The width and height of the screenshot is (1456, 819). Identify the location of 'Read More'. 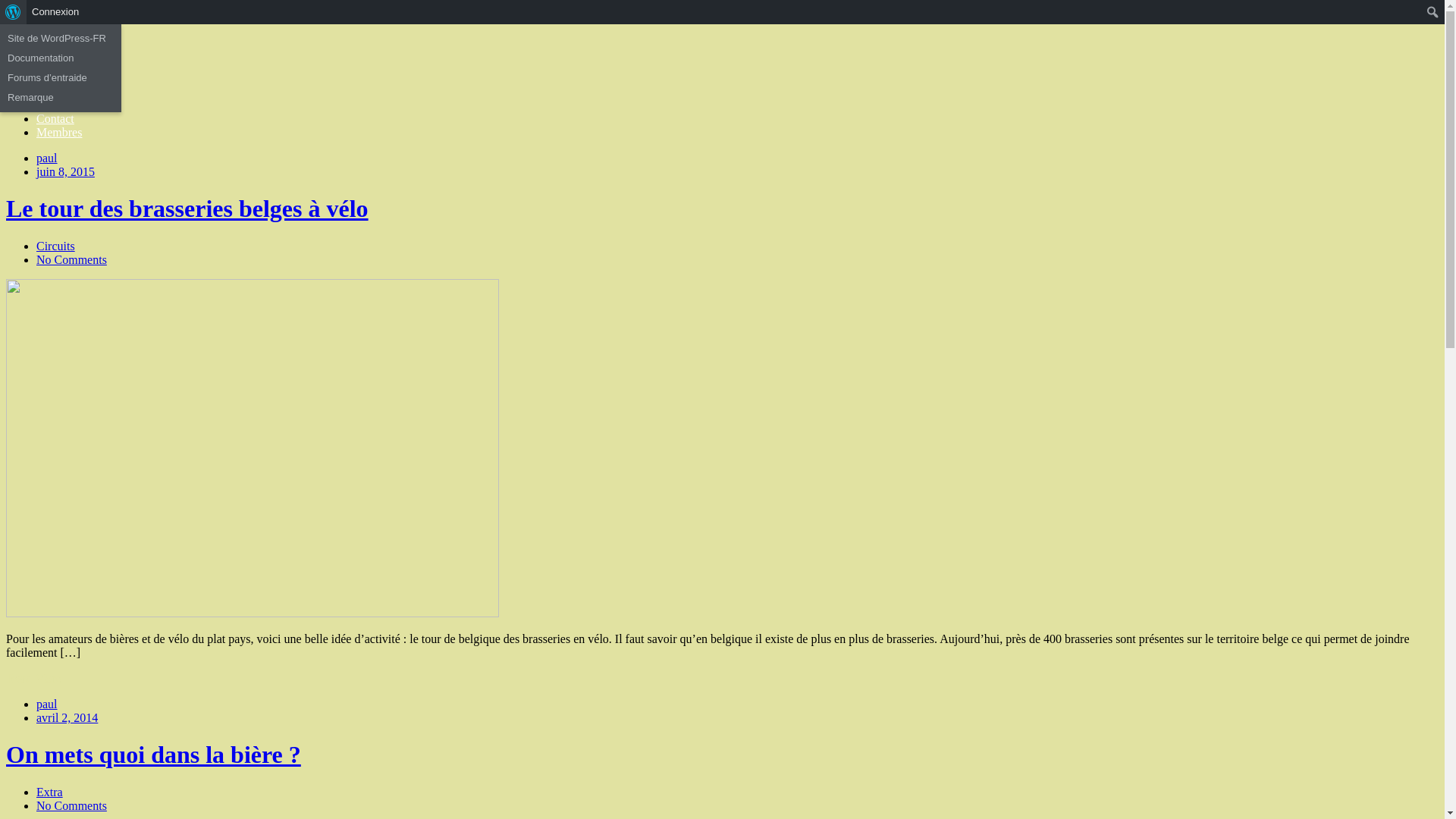
(33, 677).